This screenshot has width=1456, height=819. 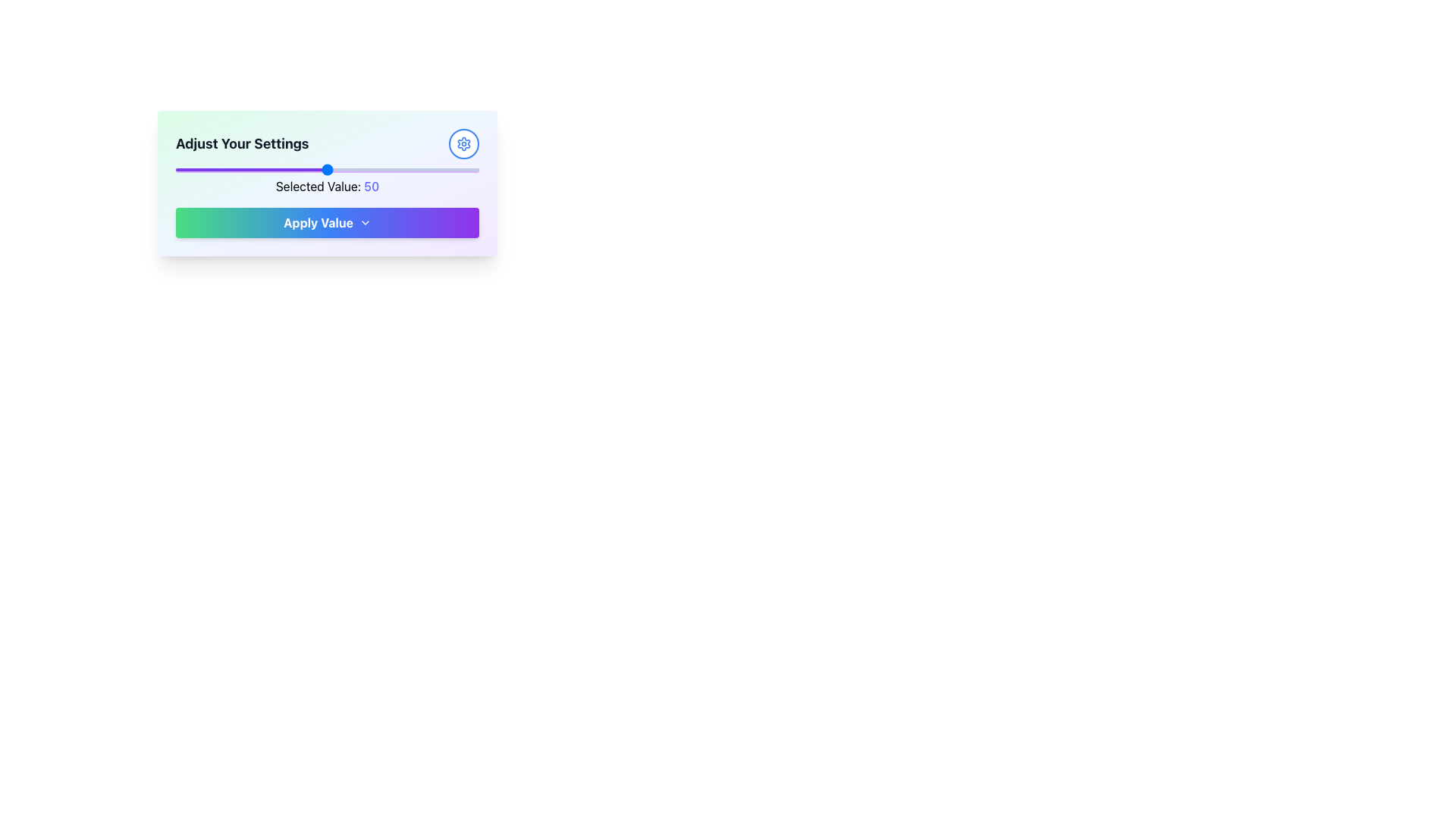 What do you see at coordinates (463, 143) in the screenshot?
I see `the graphical gear icon located in the top-right corner of the settings control interface` at bounding box center [463, 143].